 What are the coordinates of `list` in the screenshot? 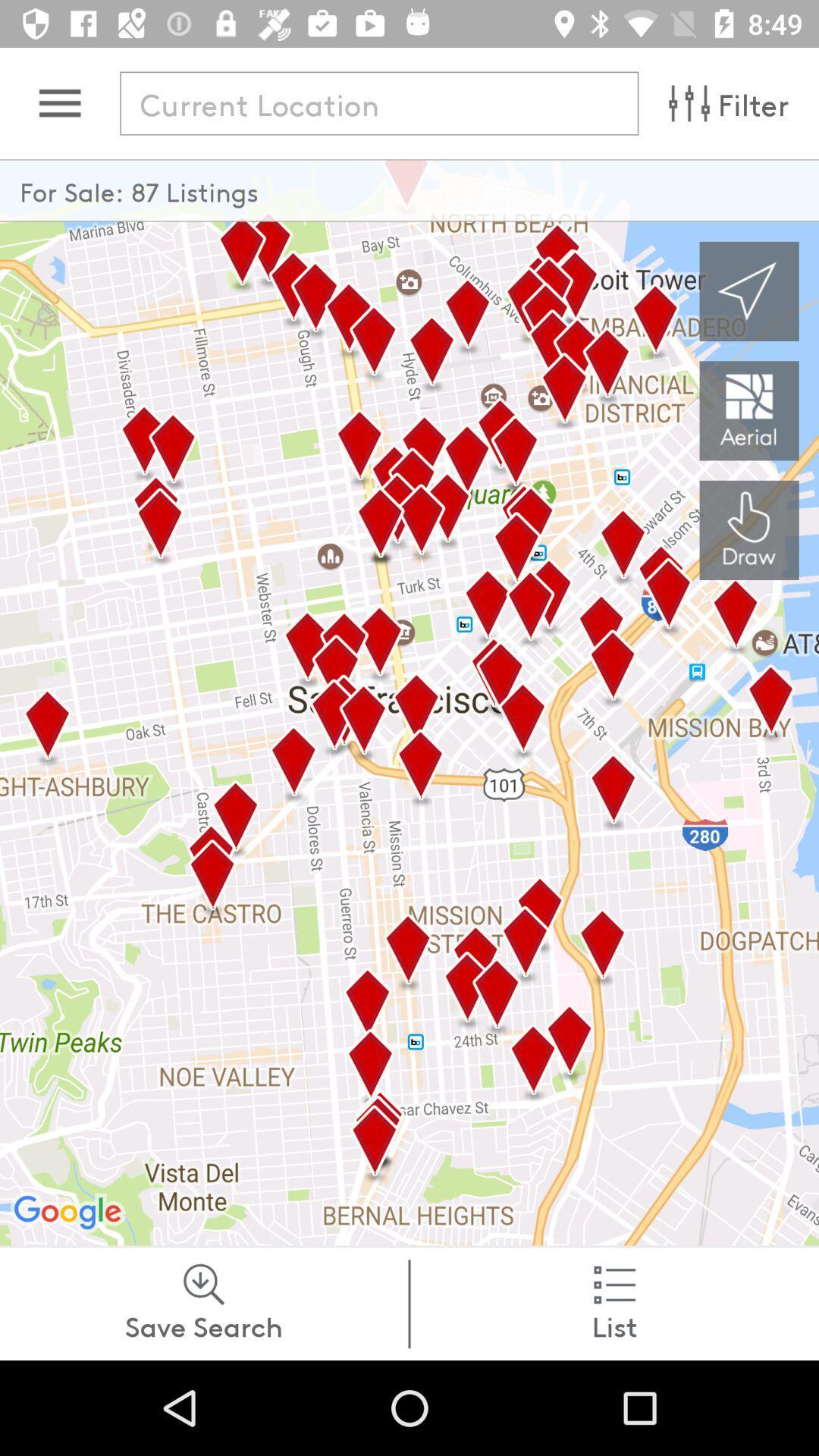 It's located at (614, 1303).